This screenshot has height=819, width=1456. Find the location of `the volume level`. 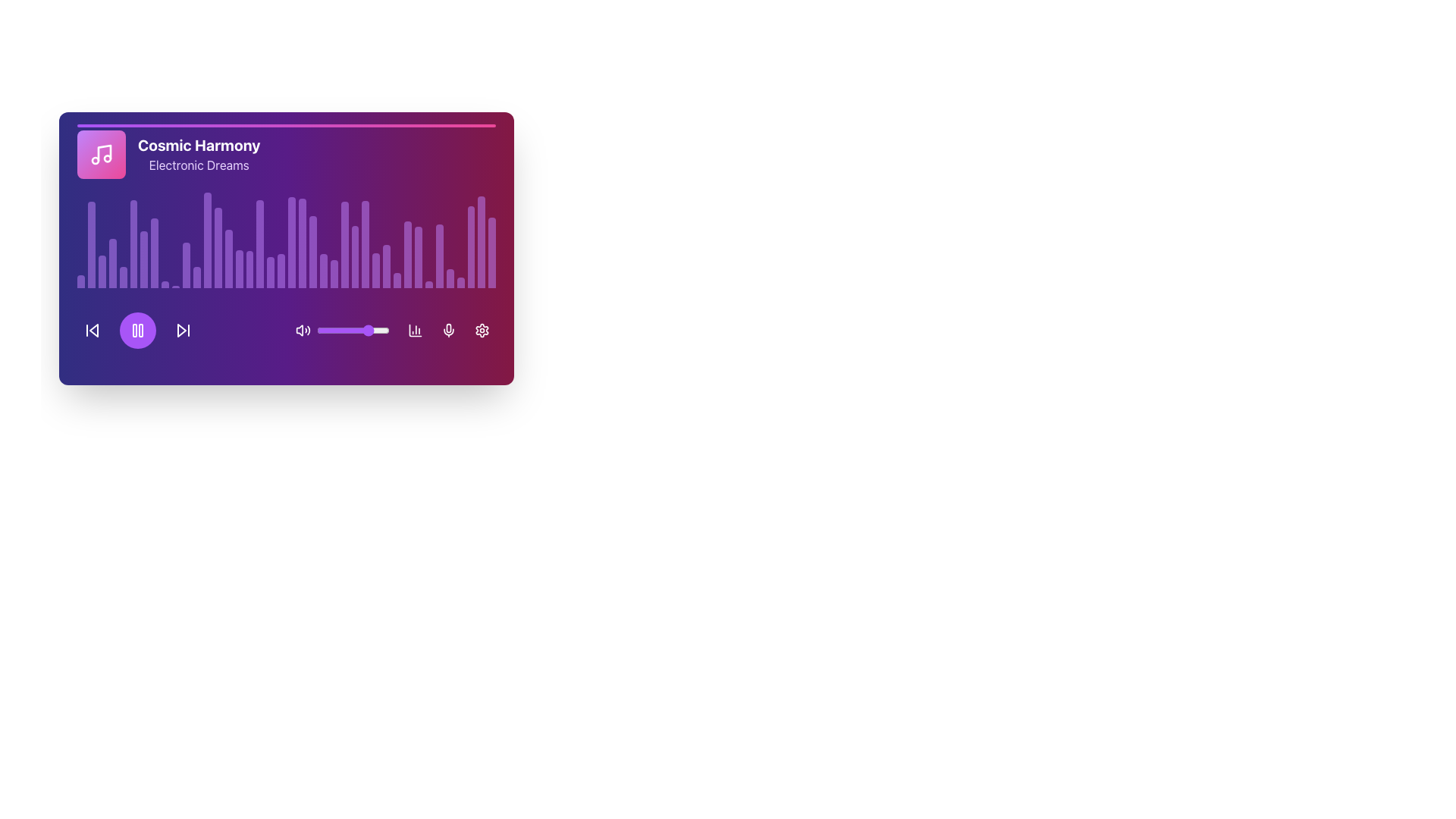

the volume level is located at coordinates (359, 329).